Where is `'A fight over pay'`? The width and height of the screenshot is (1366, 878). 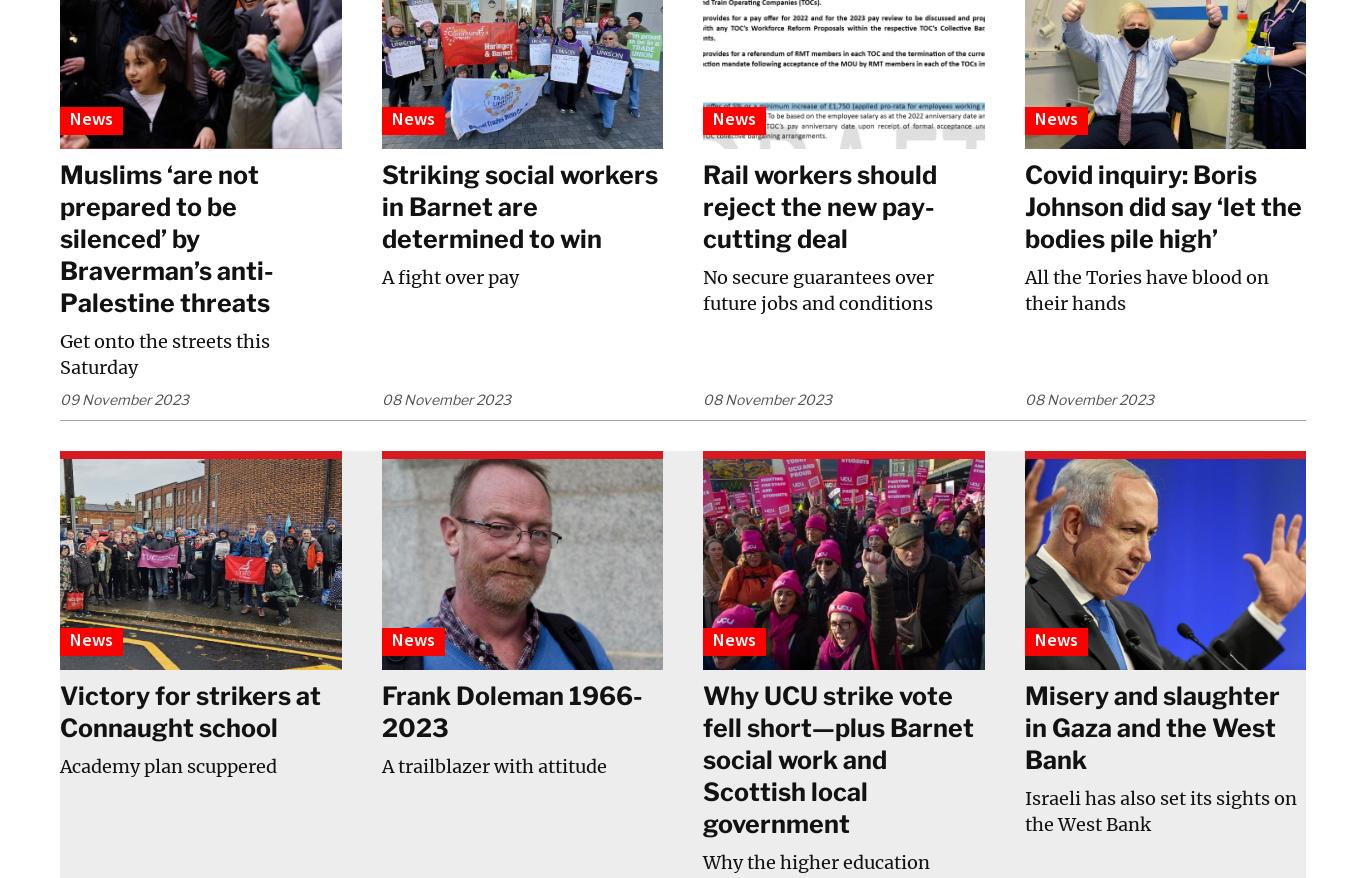
'A fight over pay' is located at coordinates (448, 275).